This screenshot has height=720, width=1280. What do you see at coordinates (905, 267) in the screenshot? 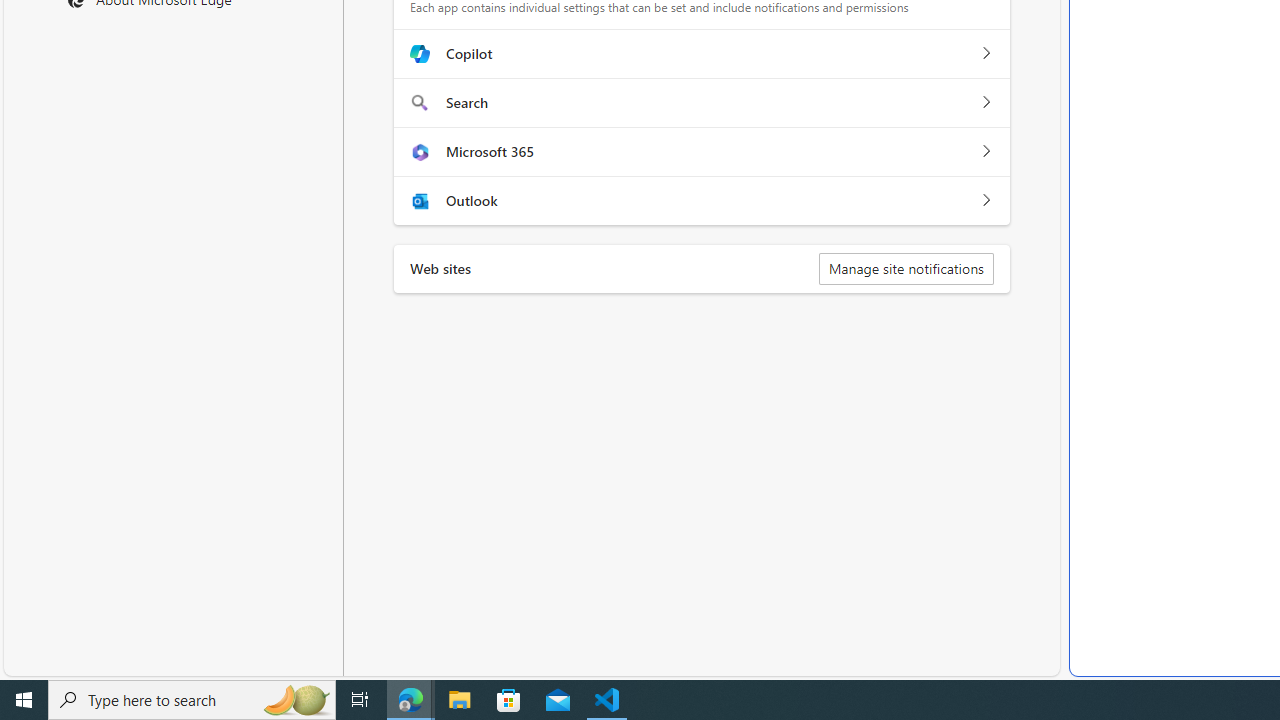
I see `'Manage site notifications'` at bounding box center [905, 267].